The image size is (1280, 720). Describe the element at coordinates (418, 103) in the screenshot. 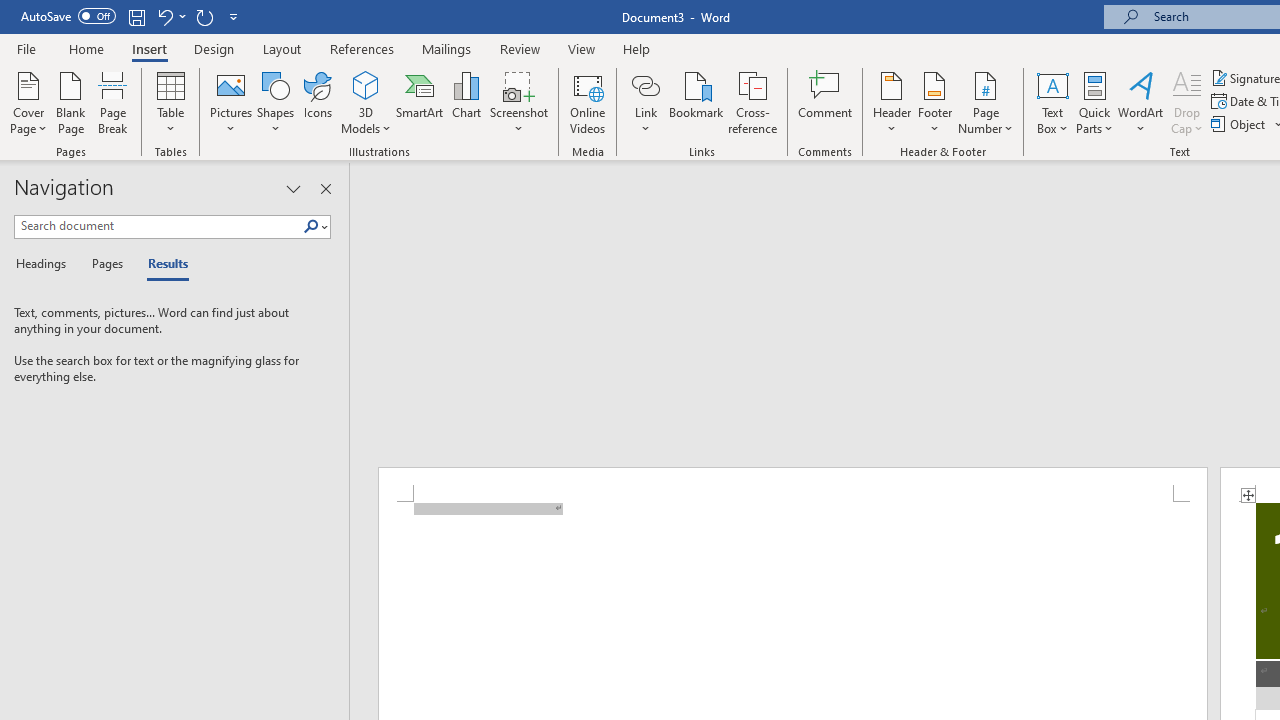

I see `'SmartArt...'` at that location.